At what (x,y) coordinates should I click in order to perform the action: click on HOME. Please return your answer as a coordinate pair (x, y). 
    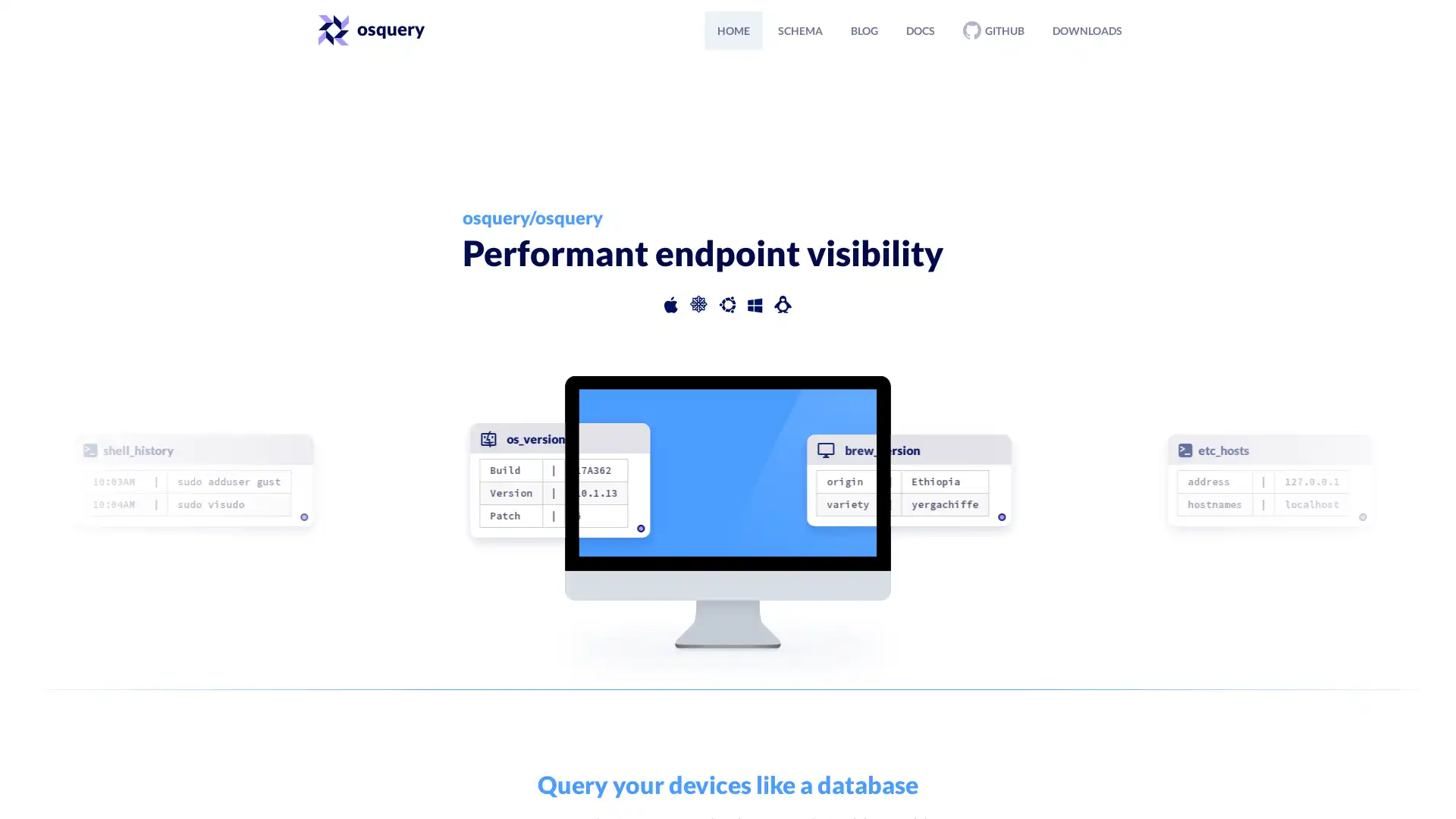
    Looking at the image, I should click on (733, 30).